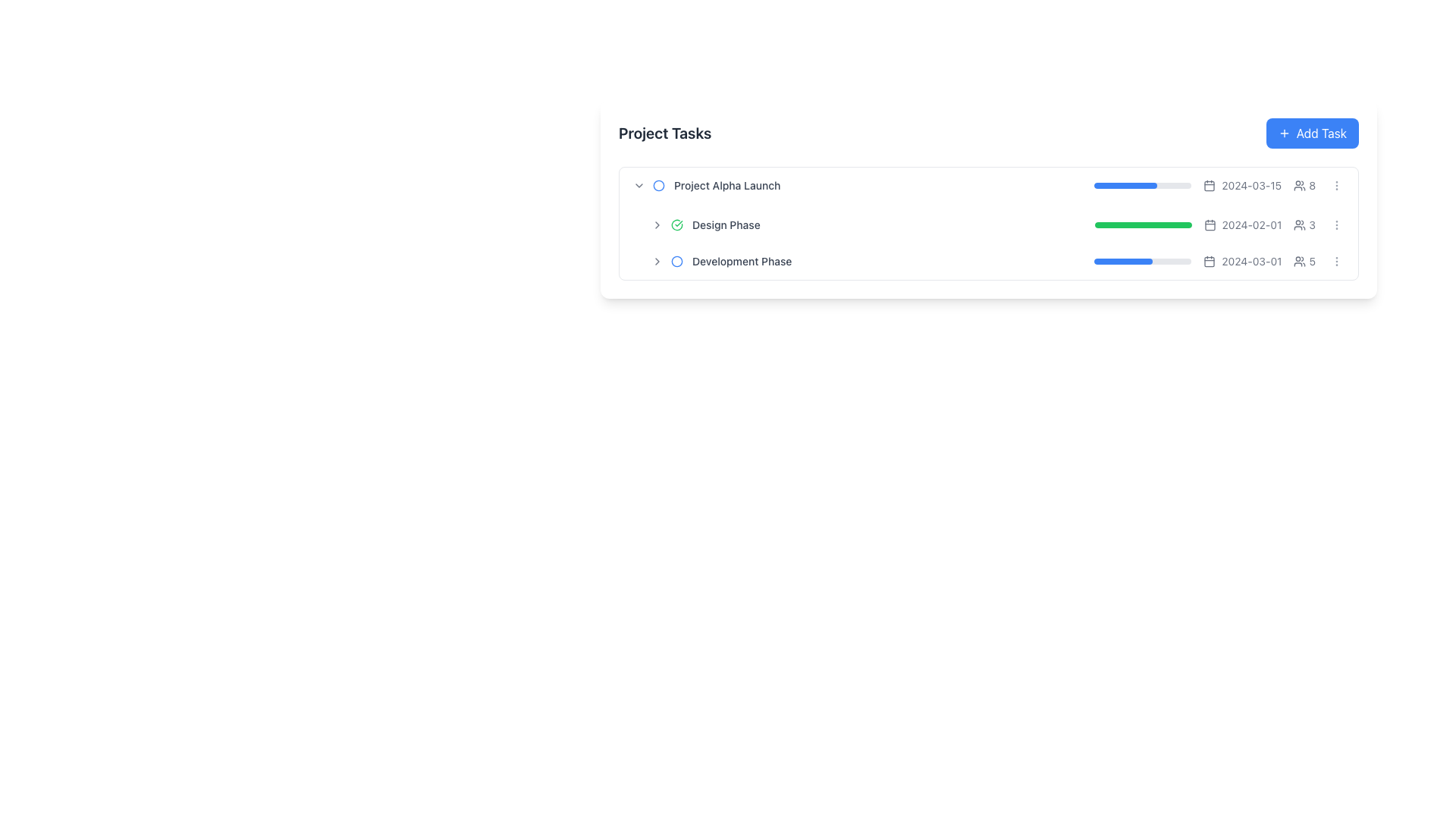  Describe the element at coordinates (1209, 185) in the screenshot. I see `the Decorative element within the calendar icon, which is located to the right of the 'Design Phase' task` at that location.